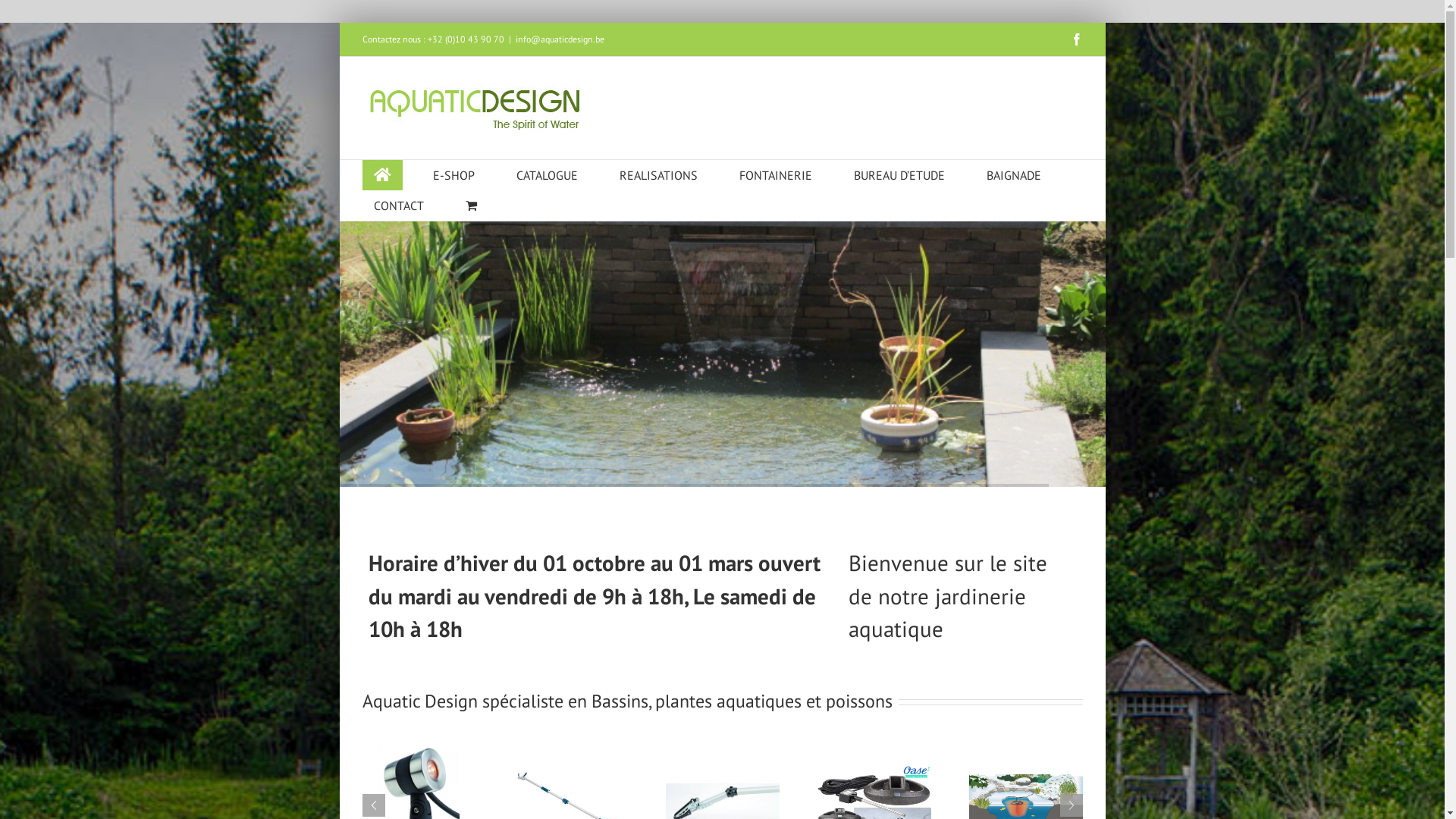 This screenshot has height=819, width=1456. What do you see at coordinates (516, 38) in the screenshot?
I see `'info@aquaticdesign.be'` at bounding box center [516, 38].